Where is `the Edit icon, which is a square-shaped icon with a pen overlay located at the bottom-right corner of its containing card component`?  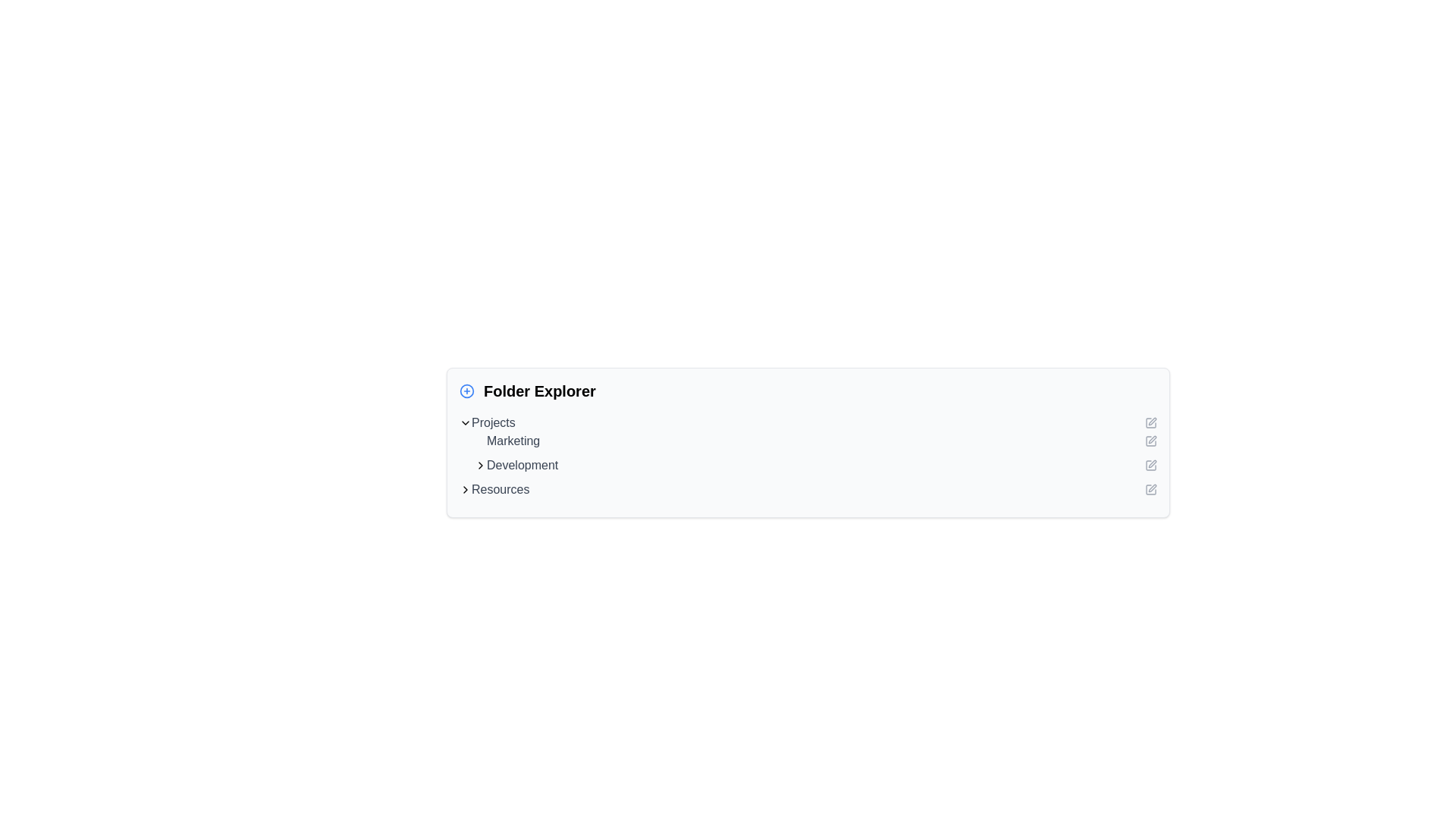
the Edit icon, which is a square-shaped icon with a pen overlay located at the bottom-right corner of its containing card component is located at coordinates (1150, 464).